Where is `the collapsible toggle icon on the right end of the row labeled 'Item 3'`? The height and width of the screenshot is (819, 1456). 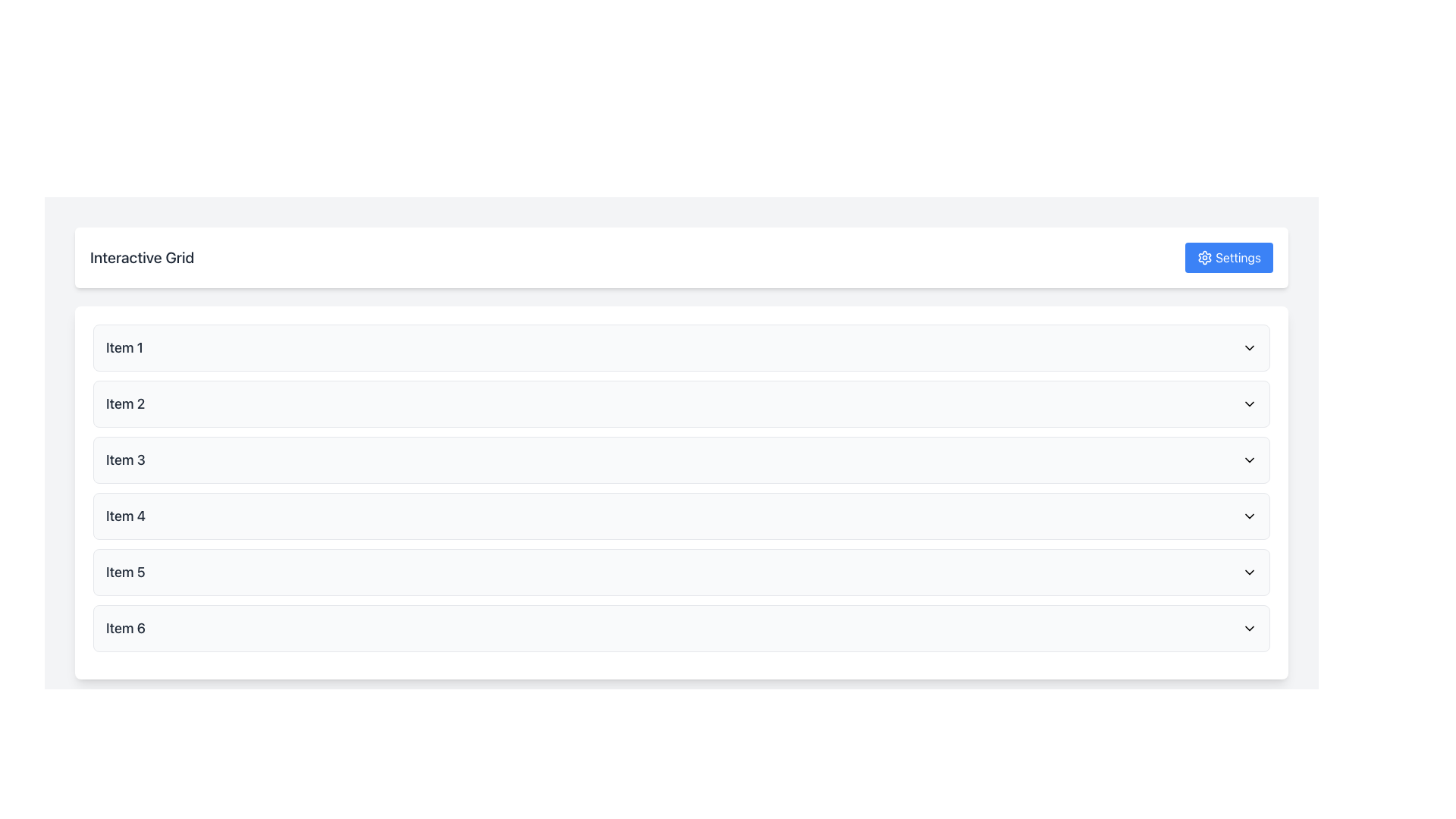
the collapsible toggle icon on the right end of the row labeled 'Item 3' is located at coordinates (1249, 459).